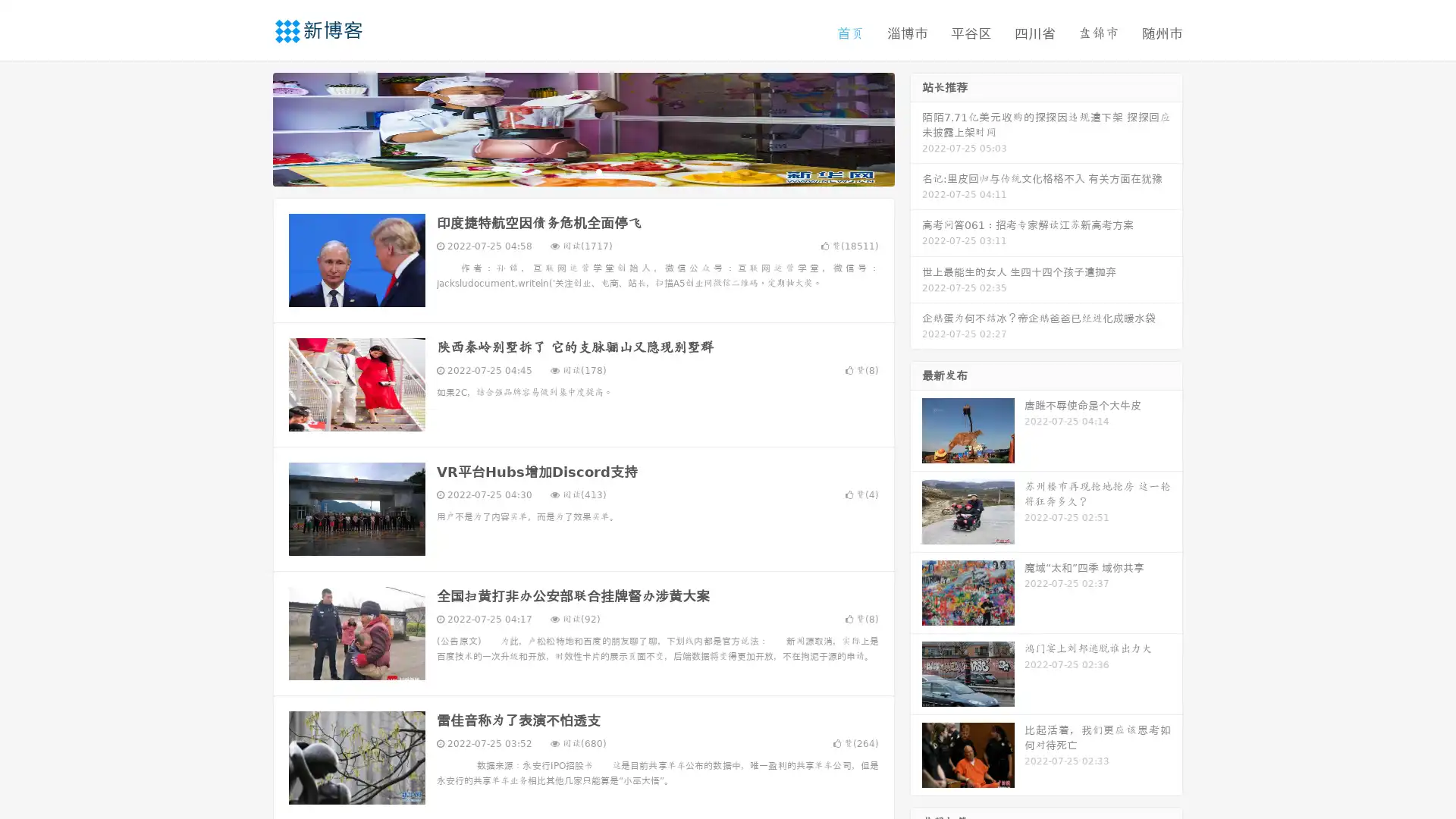 This screenshot has width=1456, height=819. I want to click on Go to slide 3, so click(598, 171).